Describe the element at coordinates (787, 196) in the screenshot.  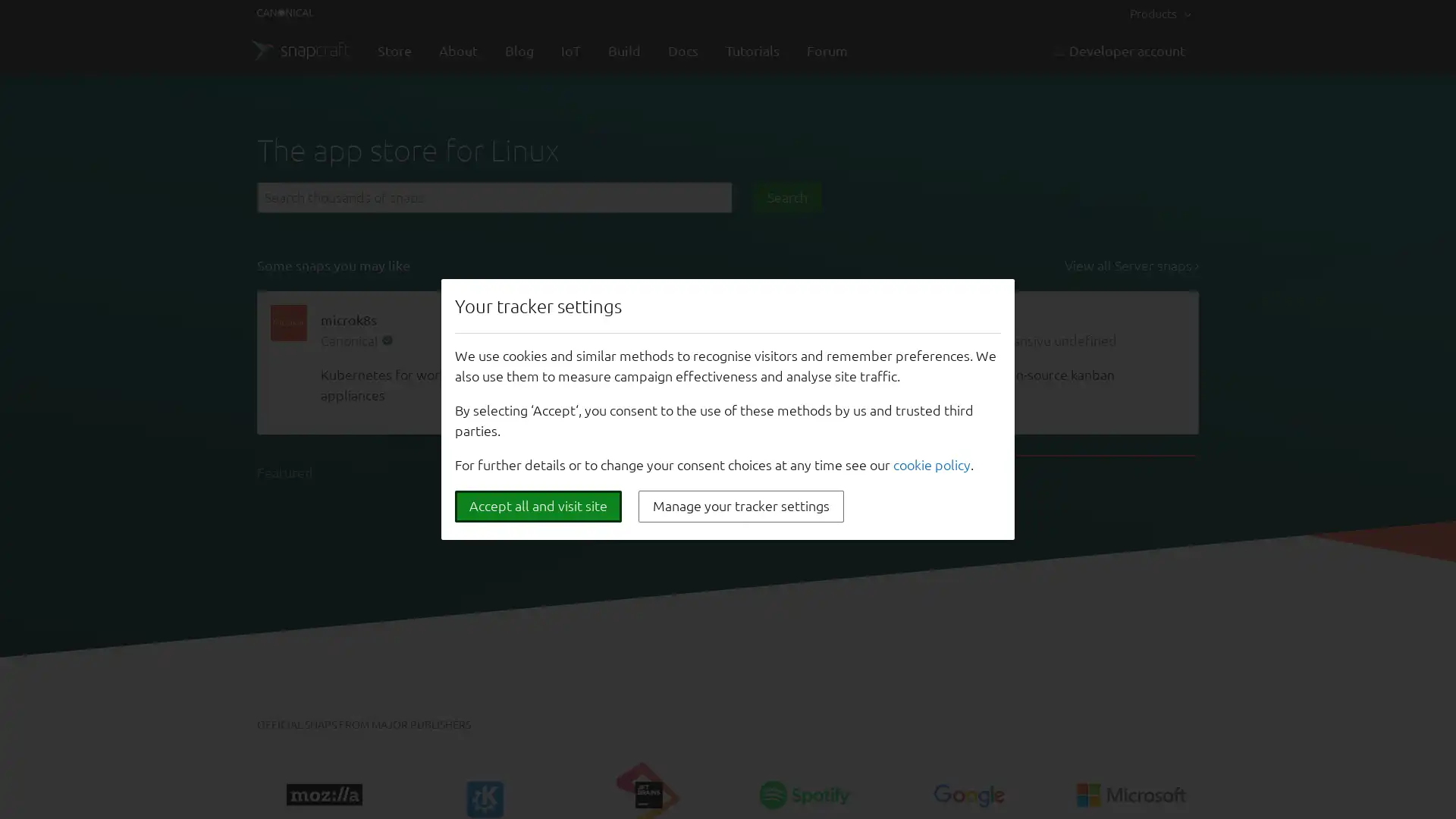
I see `Search` at that location.